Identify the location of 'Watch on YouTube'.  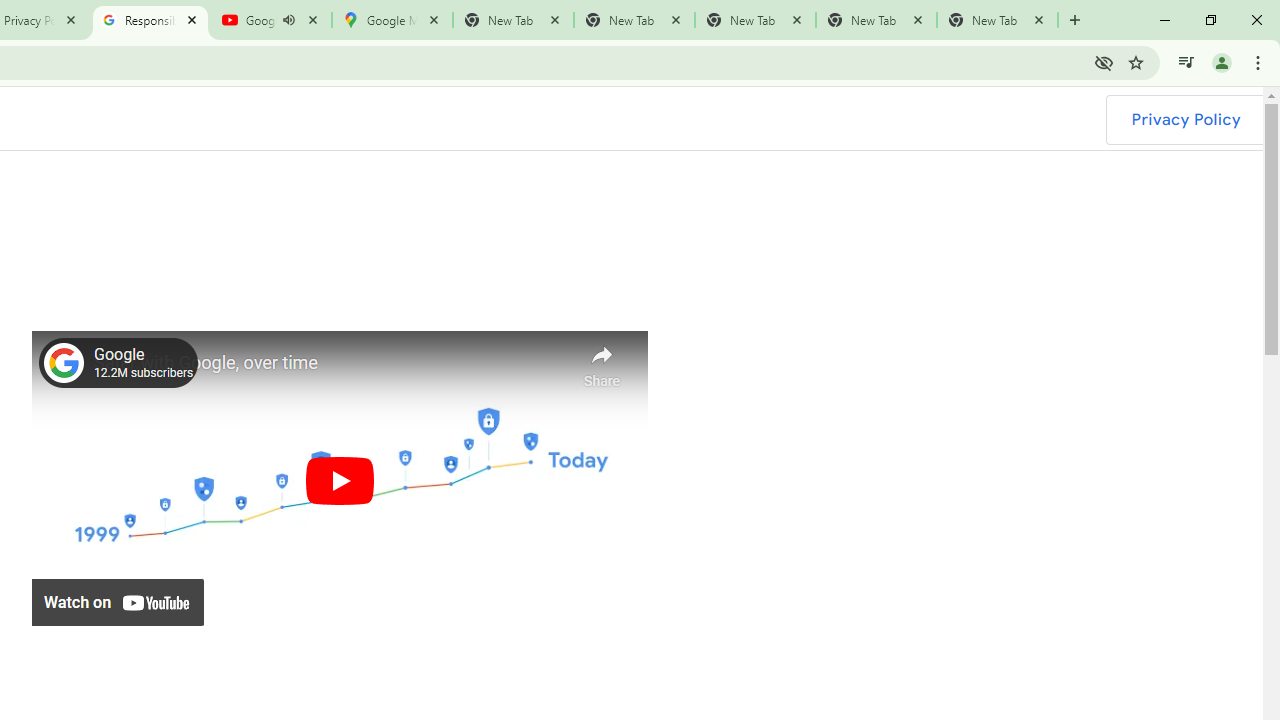
(117, 601).